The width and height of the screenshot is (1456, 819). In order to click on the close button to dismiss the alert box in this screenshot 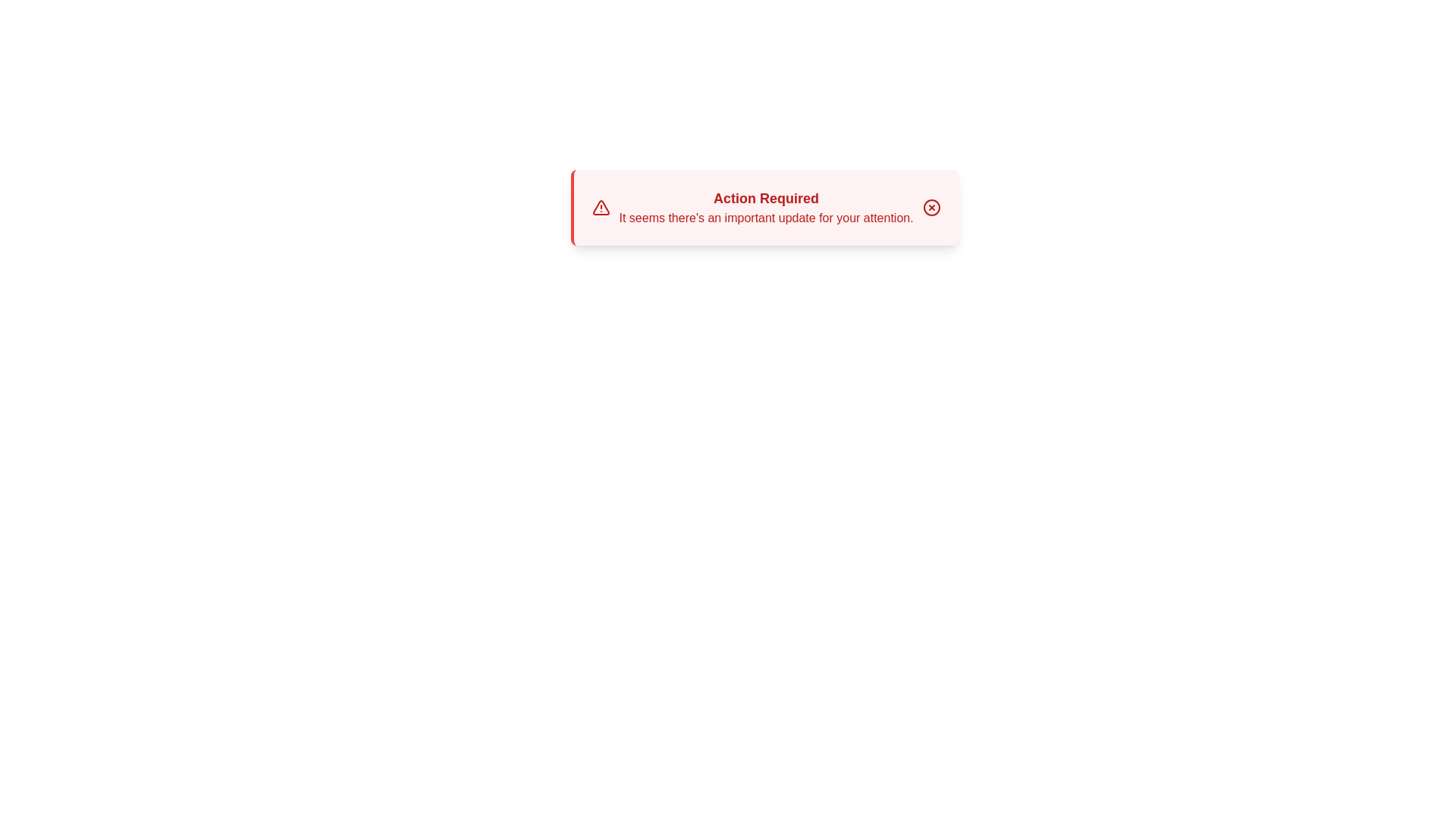, I will do `click(930, 207)`.